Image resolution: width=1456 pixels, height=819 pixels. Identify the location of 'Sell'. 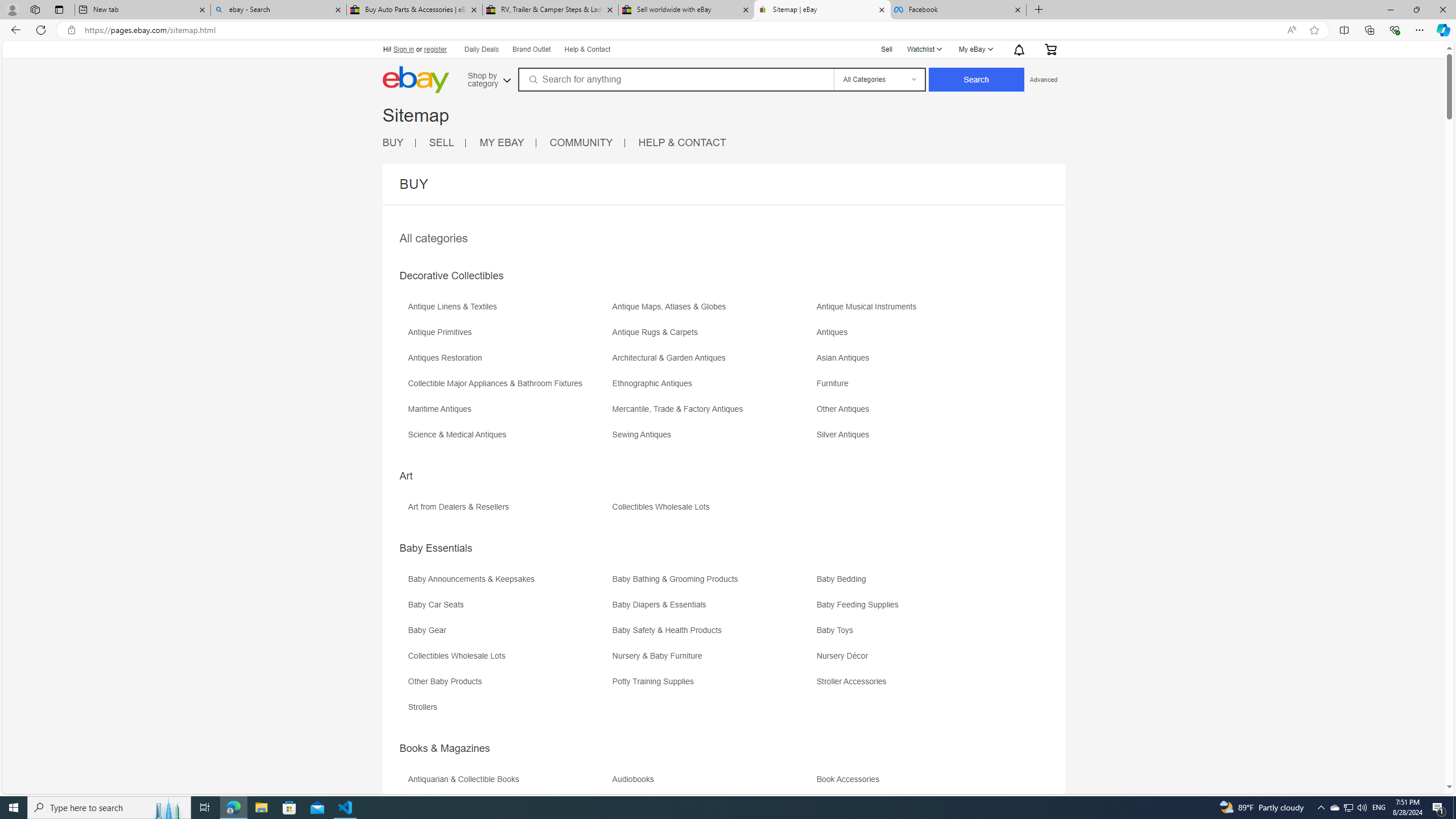
(887, 48).